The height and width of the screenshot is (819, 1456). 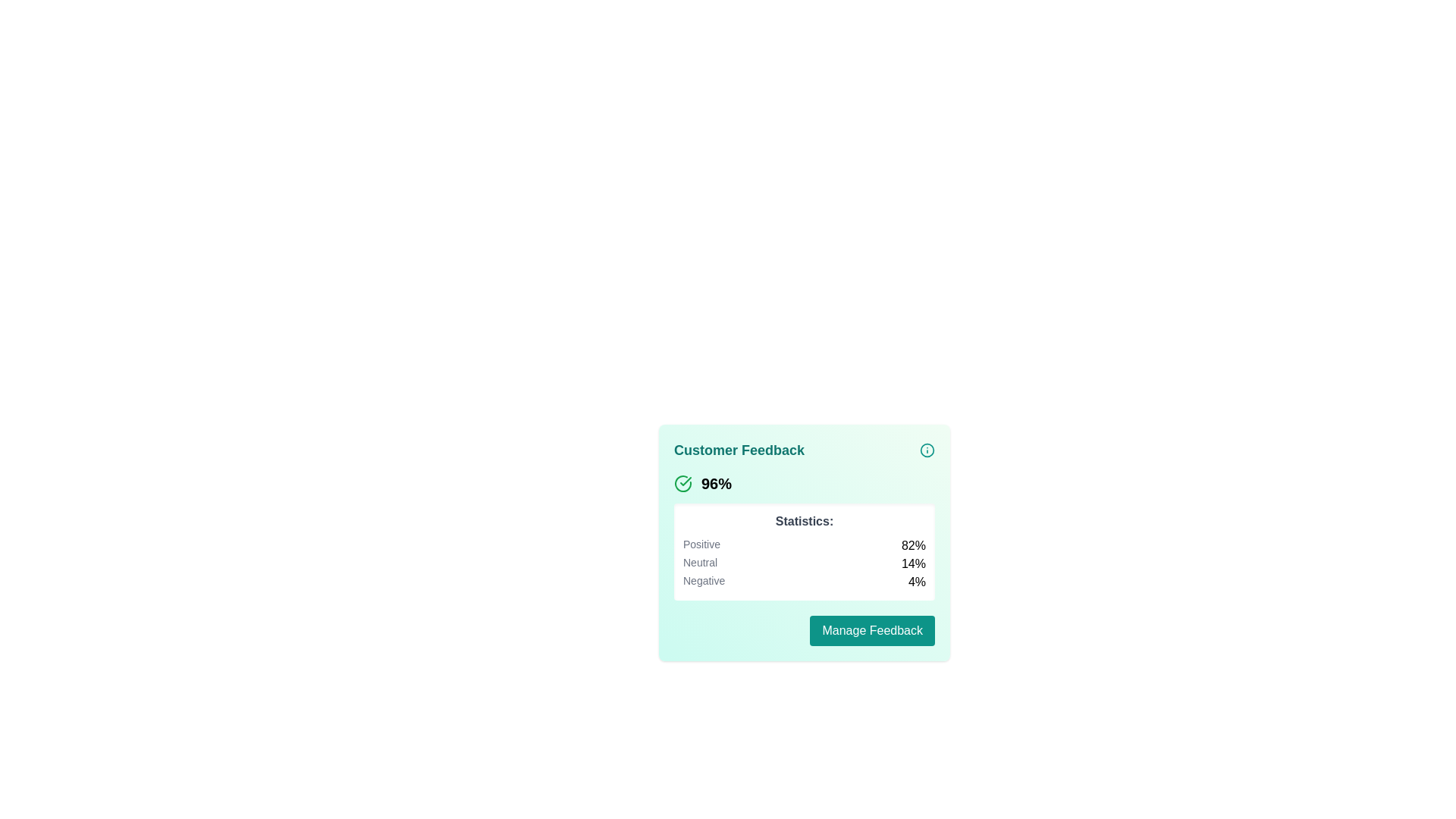 I want to click on the circular checkmark icon with a green checkmark, which is located to the left of the bold '96%' text in the card interface, so click(x=682, y=483).